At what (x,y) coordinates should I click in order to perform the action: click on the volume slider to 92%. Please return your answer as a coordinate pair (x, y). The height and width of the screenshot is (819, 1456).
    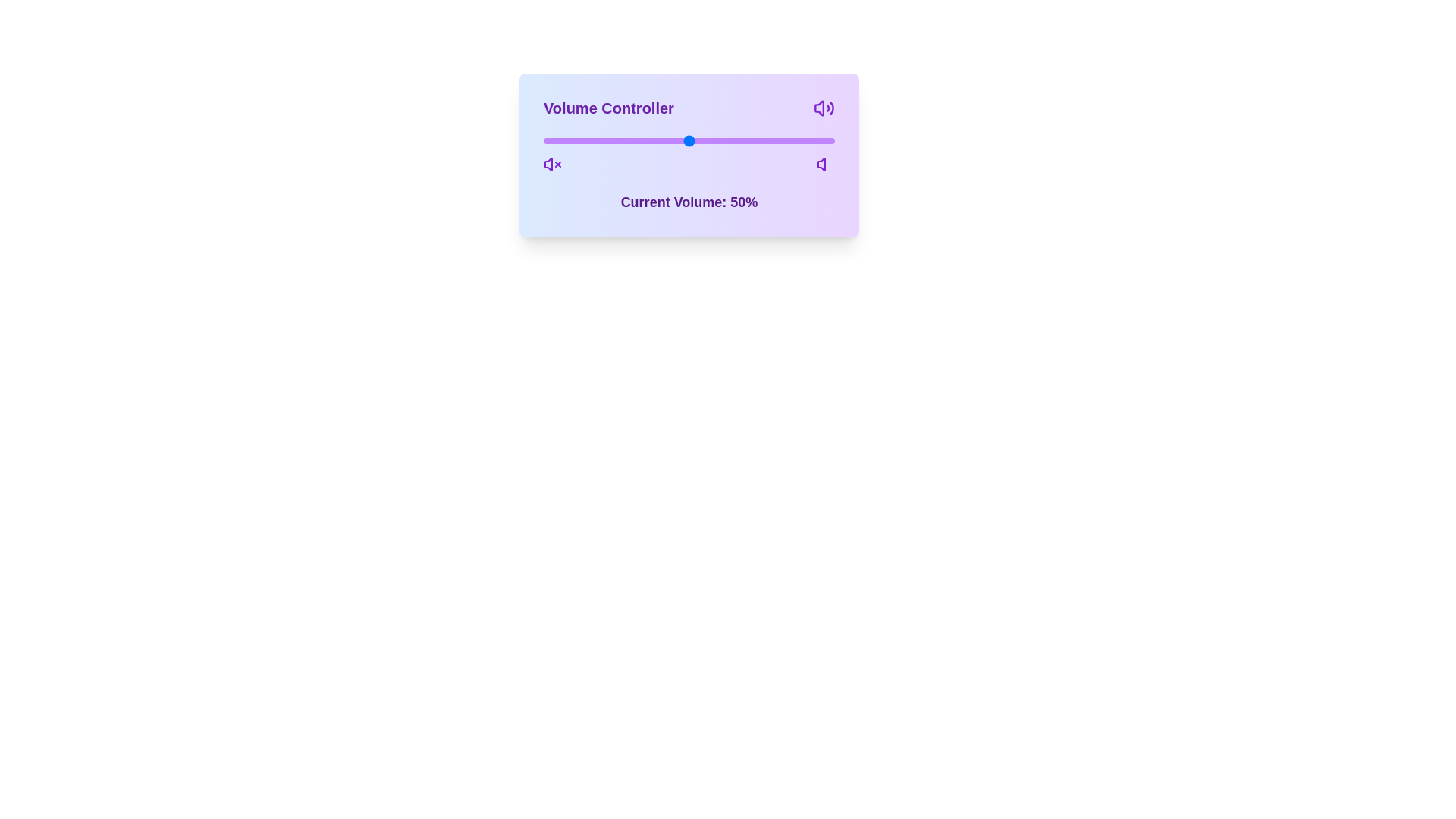
    Looking at the image, I should click on (811, 140).